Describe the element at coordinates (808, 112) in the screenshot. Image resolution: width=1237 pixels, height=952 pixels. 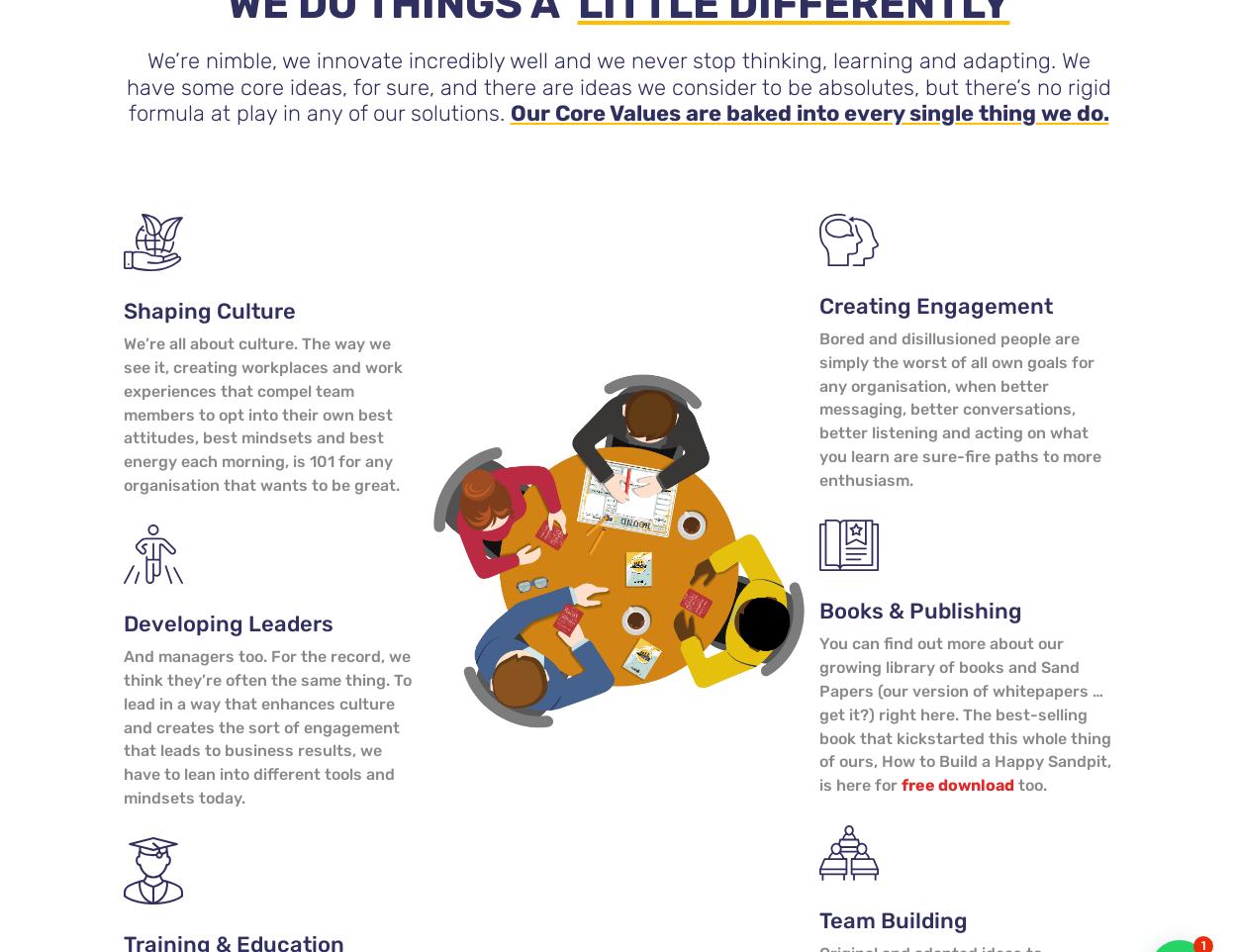
I see `'Our Core Values are baked into every single thing we do.'` at that location.